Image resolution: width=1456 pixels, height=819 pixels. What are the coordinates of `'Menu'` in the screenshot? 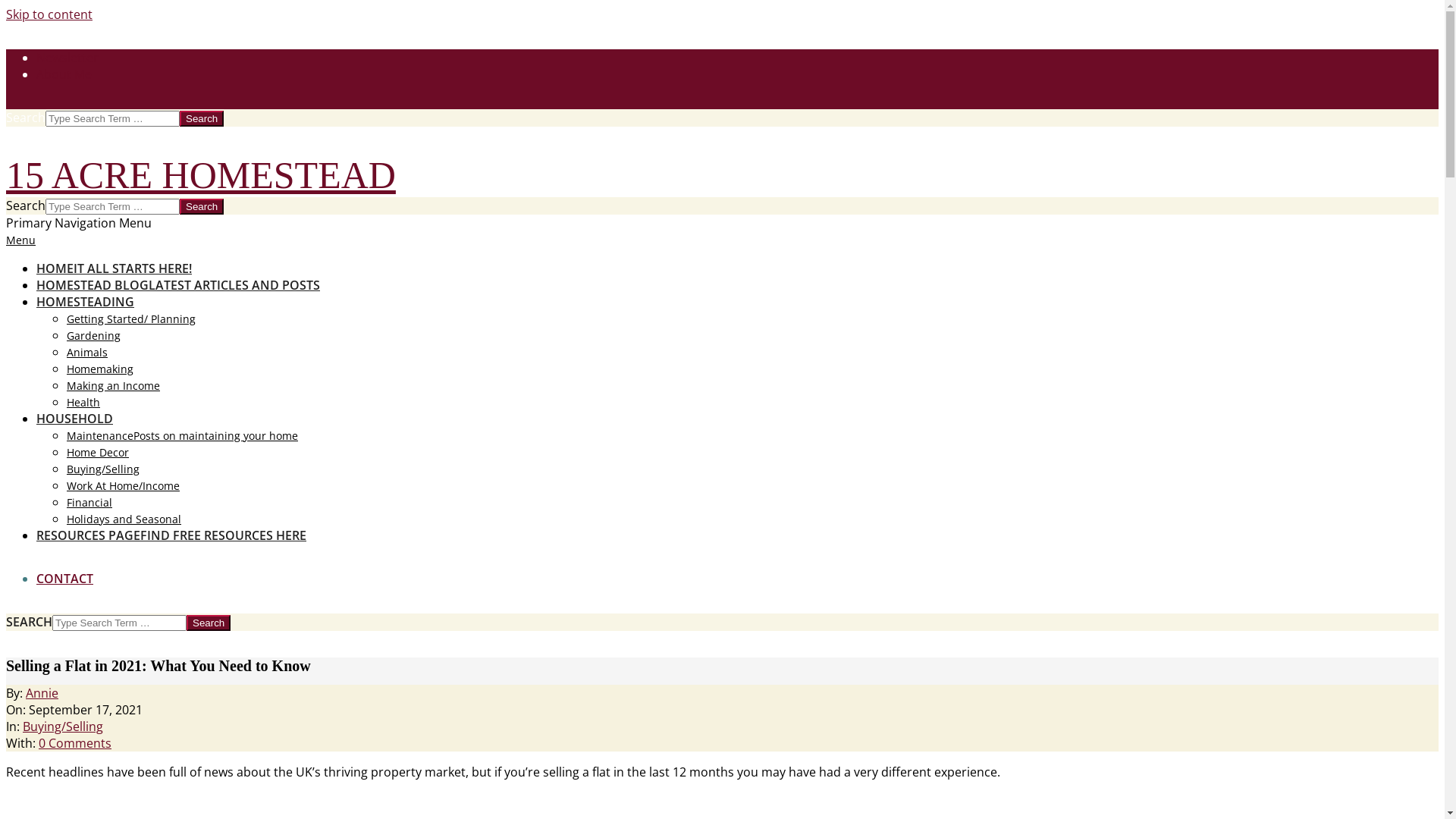 It's located at (6, 239).